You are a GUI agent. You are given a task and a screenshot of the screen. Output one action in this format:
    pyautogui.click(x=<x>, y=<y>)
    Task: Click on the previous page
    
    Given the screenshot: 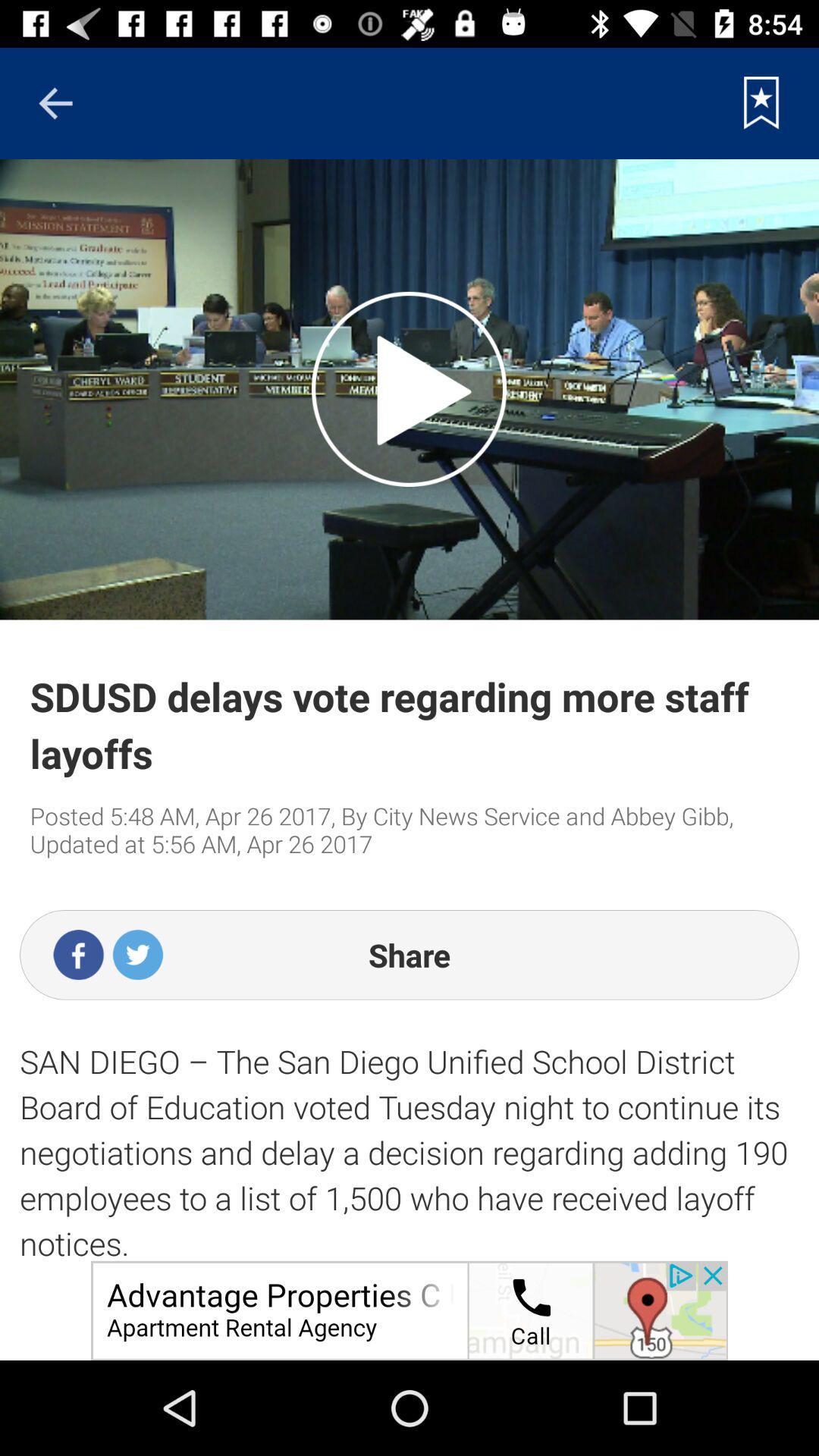 What is the action you would take?
    pyautogui.click(x=55, y=102)
    